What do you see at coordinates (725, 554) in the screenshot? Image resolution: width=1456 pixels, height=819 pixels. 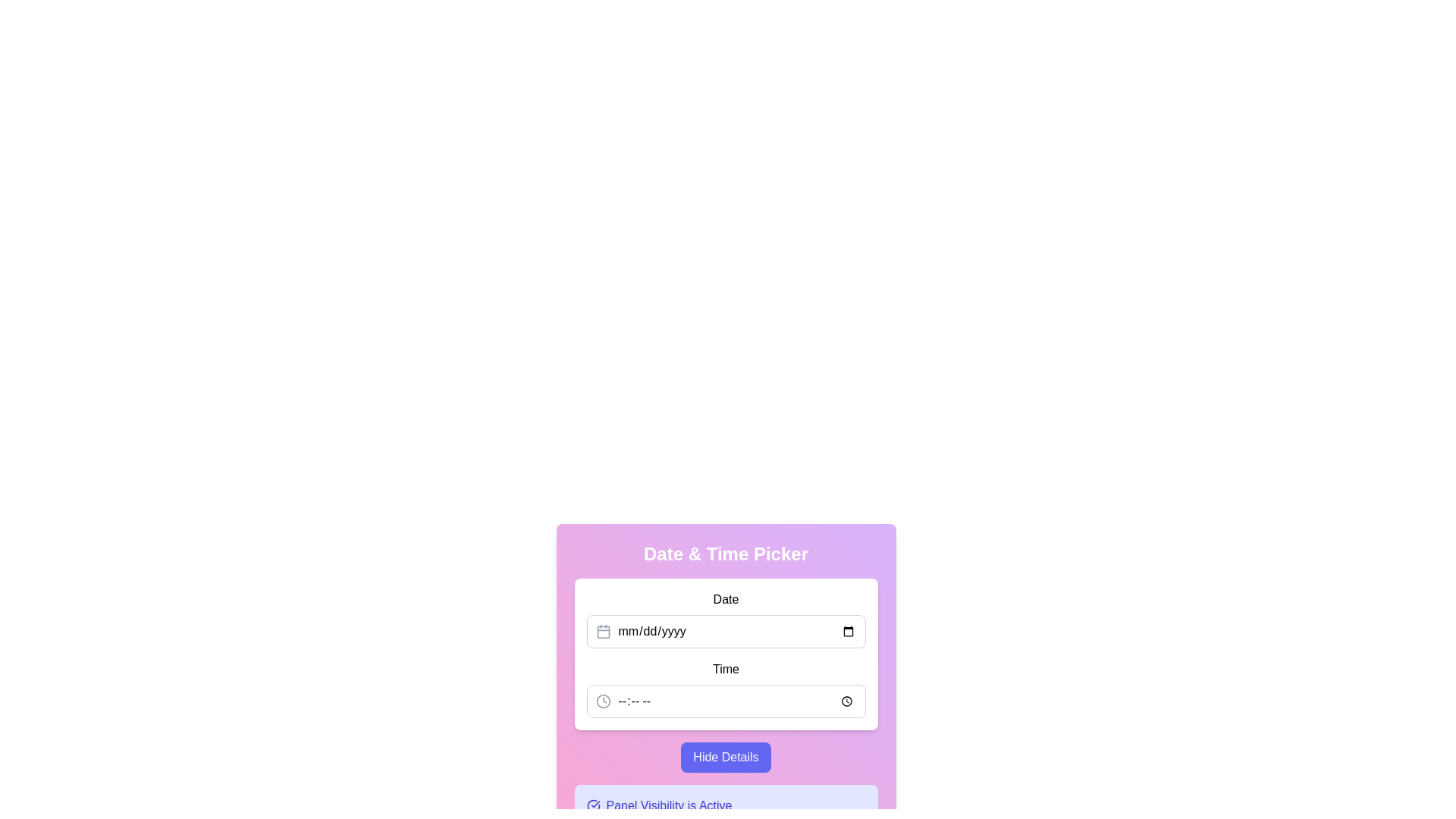 I see `the title text label for the date and time picker interface, which is positioned at the top of a card-like component with a gradient background` at bounding box center [725, 554].